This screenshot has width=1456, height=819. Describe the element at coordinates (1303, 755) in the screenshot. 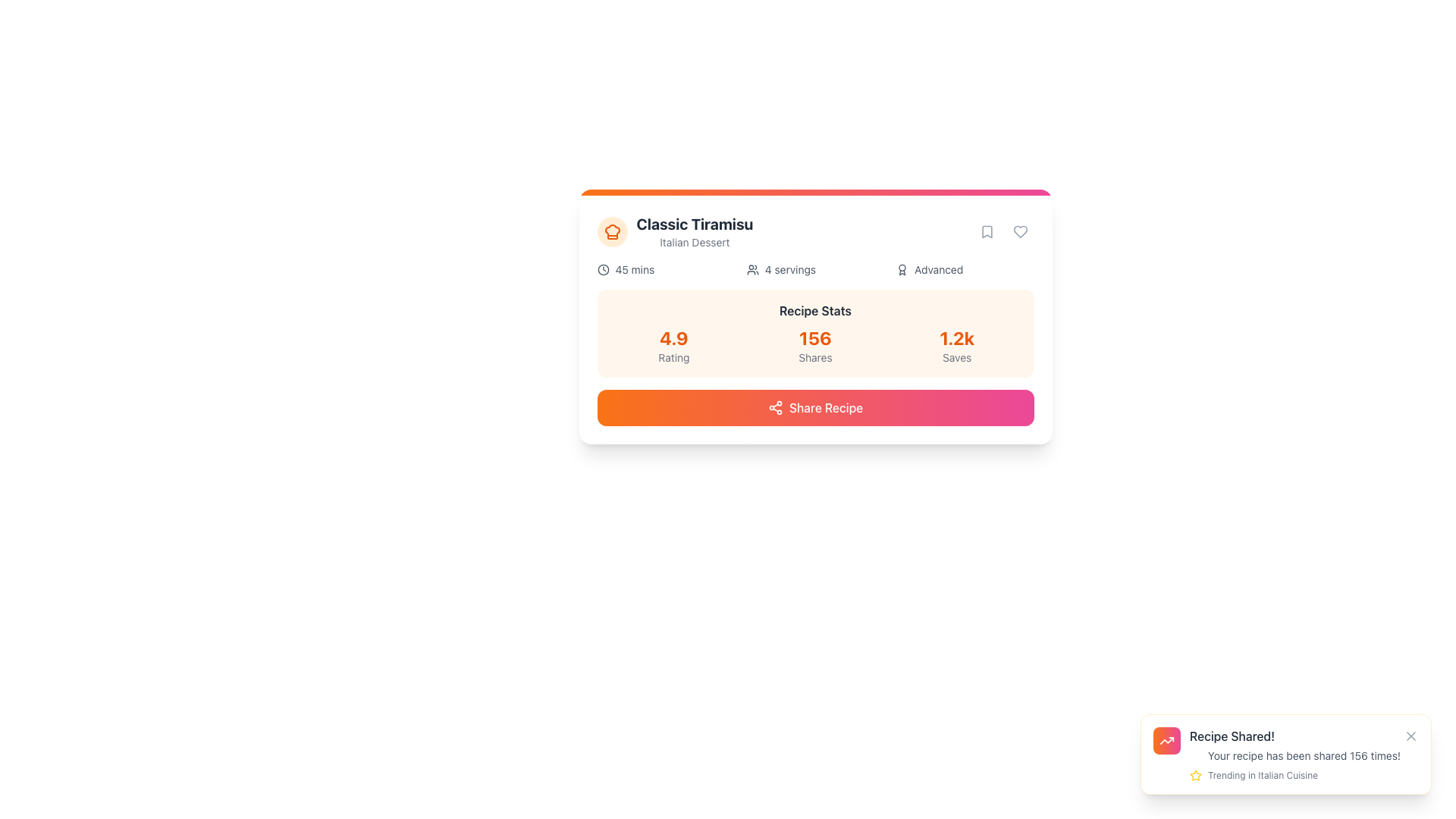

I see `the static text element that displays the number of times the recipe has been shared, located in the lower portion of the notification pop-up beneath the heading 'Recipe Shared!'` at that location.